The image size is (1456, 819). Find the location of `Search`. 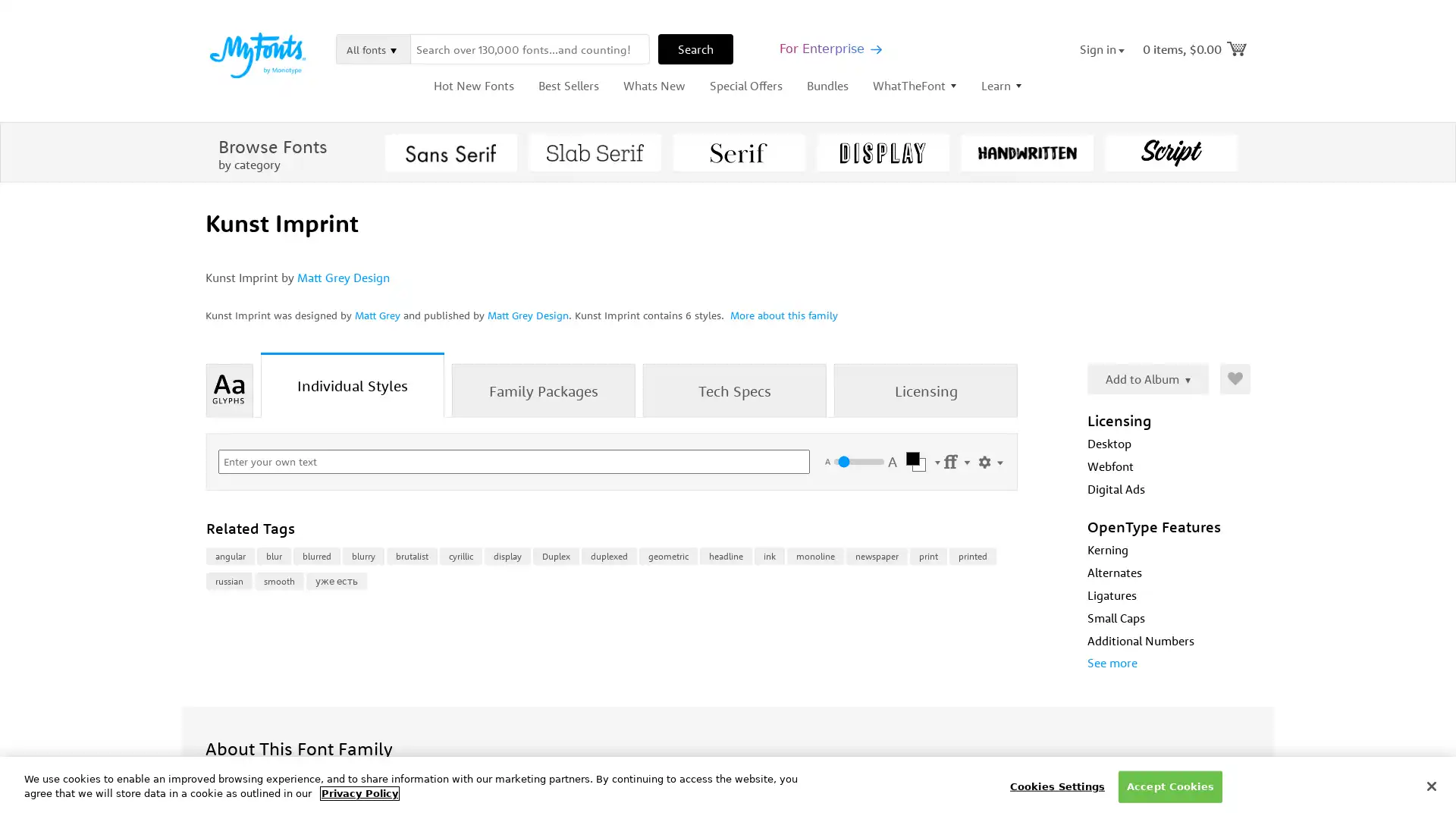

Search is located at coordinates (695, 49).